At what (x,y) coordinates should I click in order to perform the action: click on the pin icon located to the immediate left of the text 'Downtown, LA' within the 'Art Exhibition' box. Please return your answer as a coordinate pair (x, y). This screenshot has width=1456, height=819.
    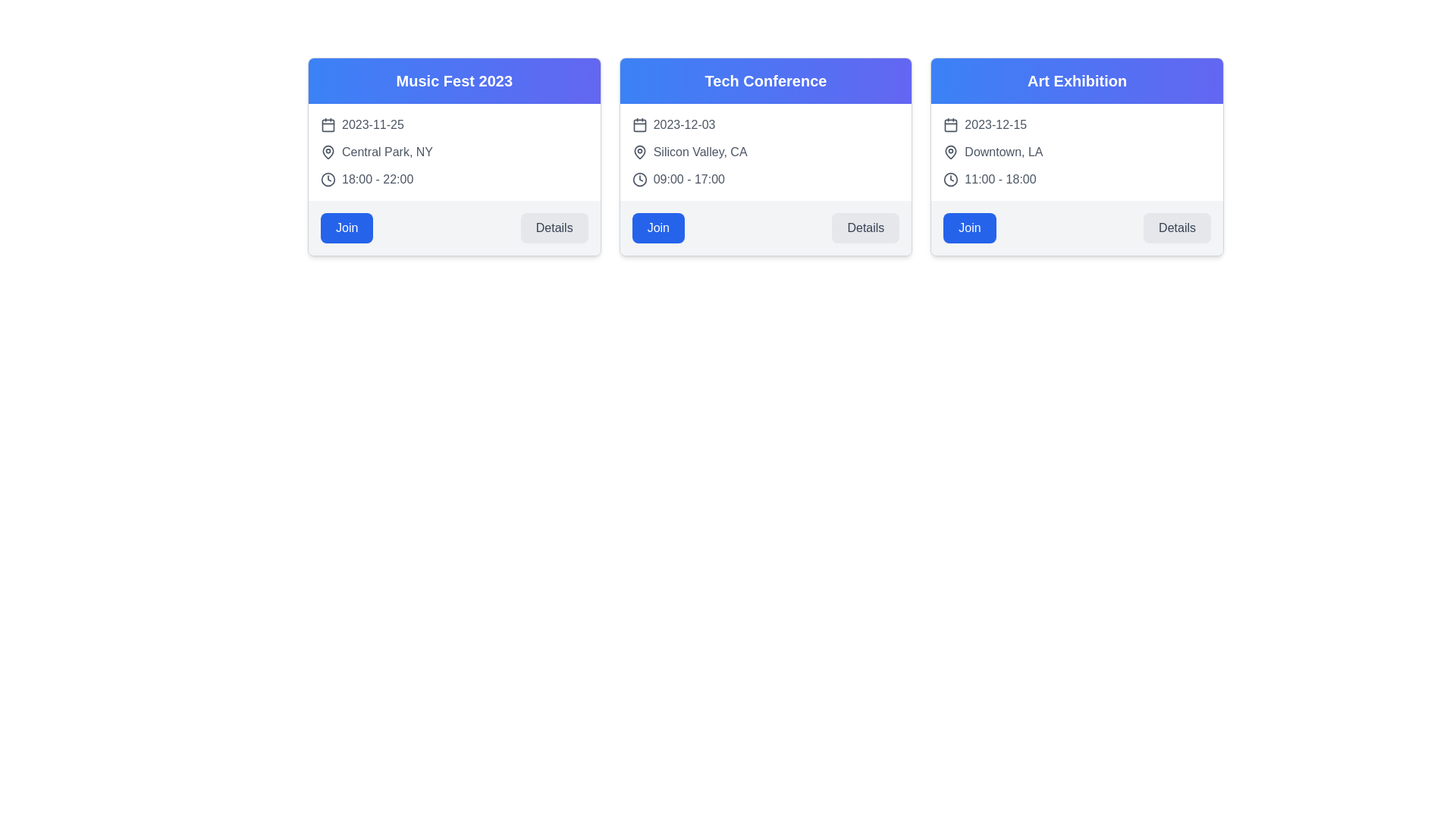
    Looking at the image, I should click on (950, 152).